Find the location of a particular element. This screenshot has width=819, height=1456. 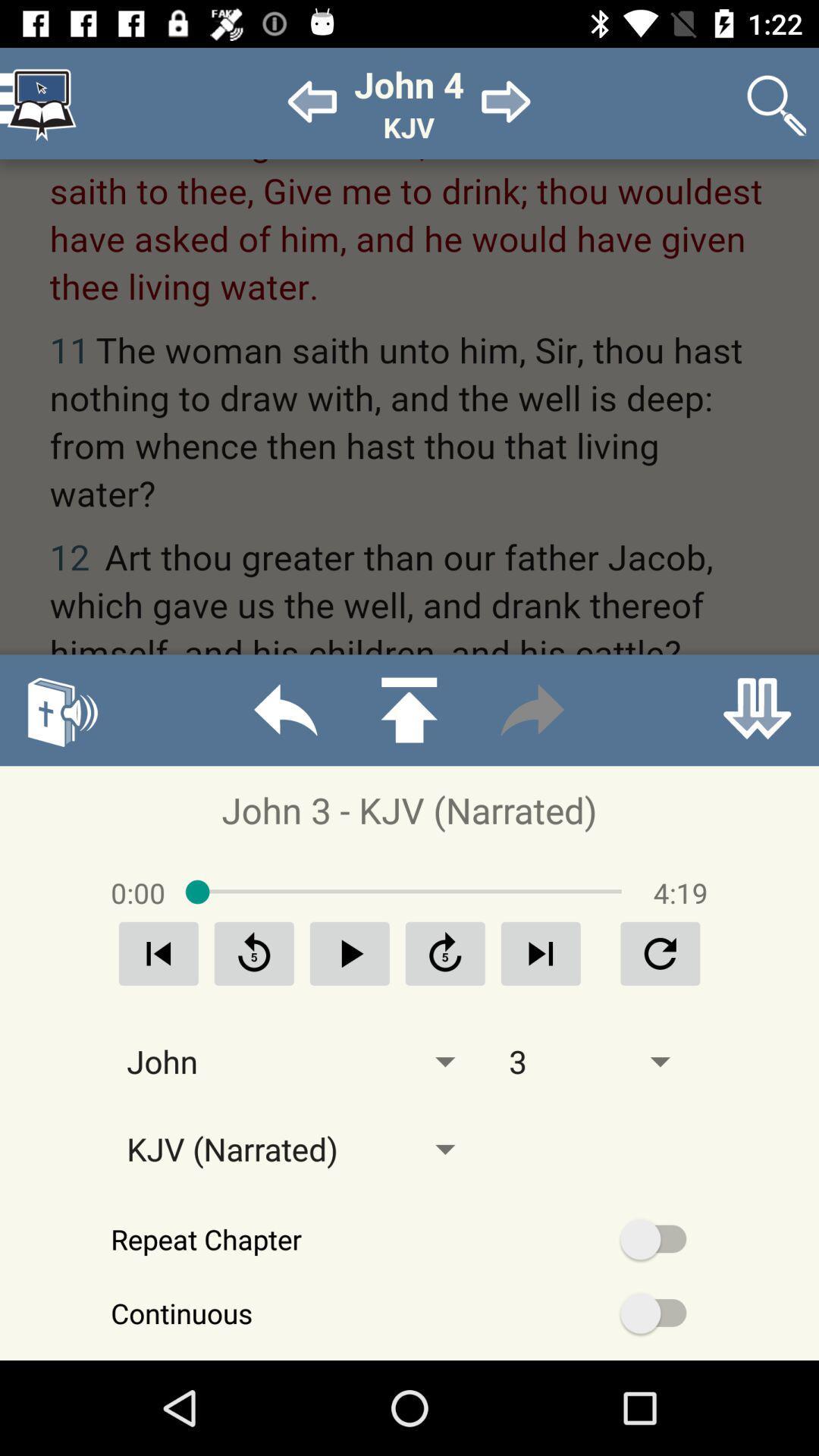

rewind 5 second is located at coordinates (253, 952).